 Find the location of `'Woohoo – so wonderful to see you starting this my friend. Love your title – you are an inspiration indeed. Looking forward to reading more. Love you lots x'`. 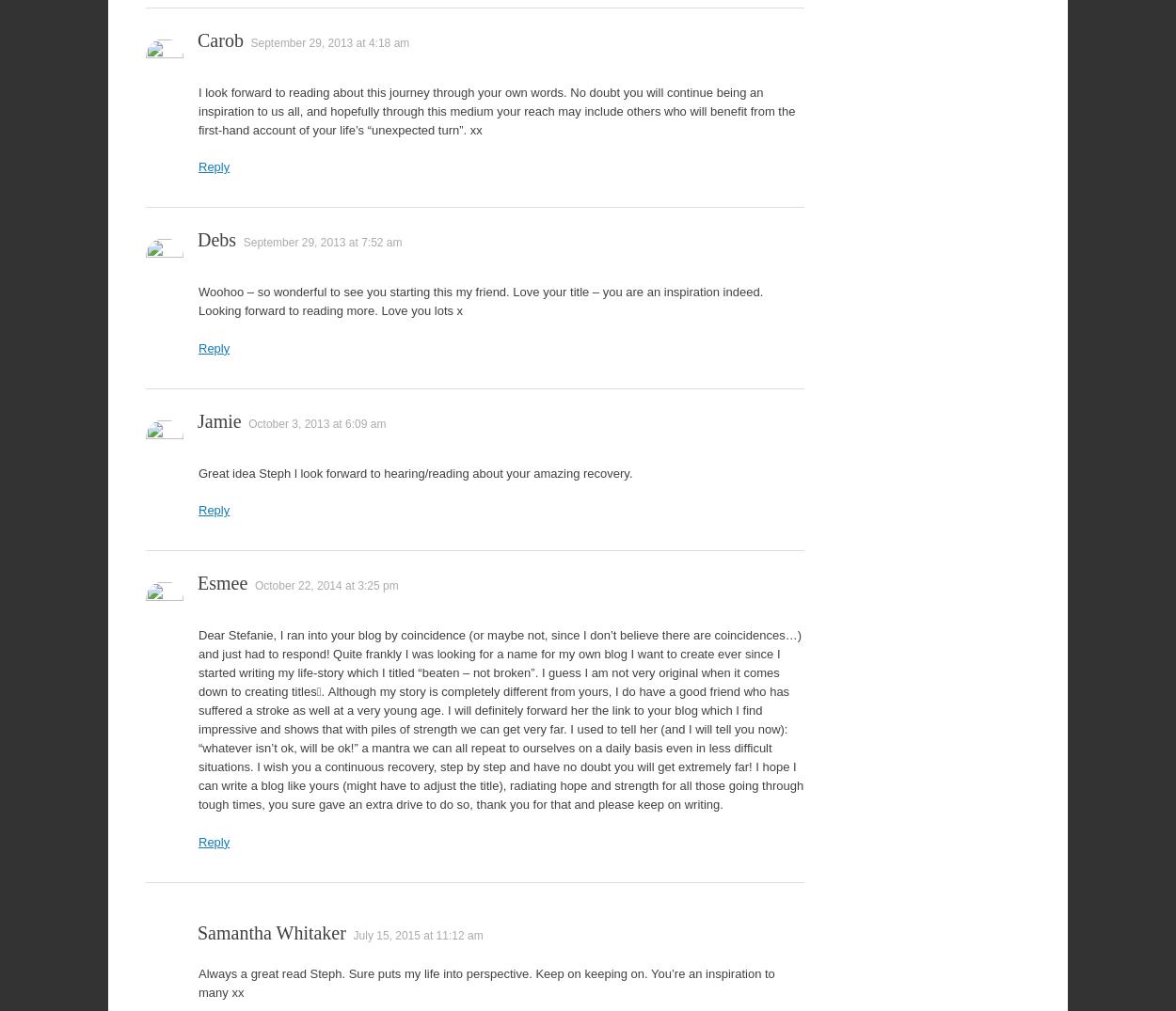

'Woohoo – so wonderful to see you starting this my friend. Love your title – you are an inspiration indeed. Looking forward to reading more. Love you lots x' is located at coordinates (481, 300).